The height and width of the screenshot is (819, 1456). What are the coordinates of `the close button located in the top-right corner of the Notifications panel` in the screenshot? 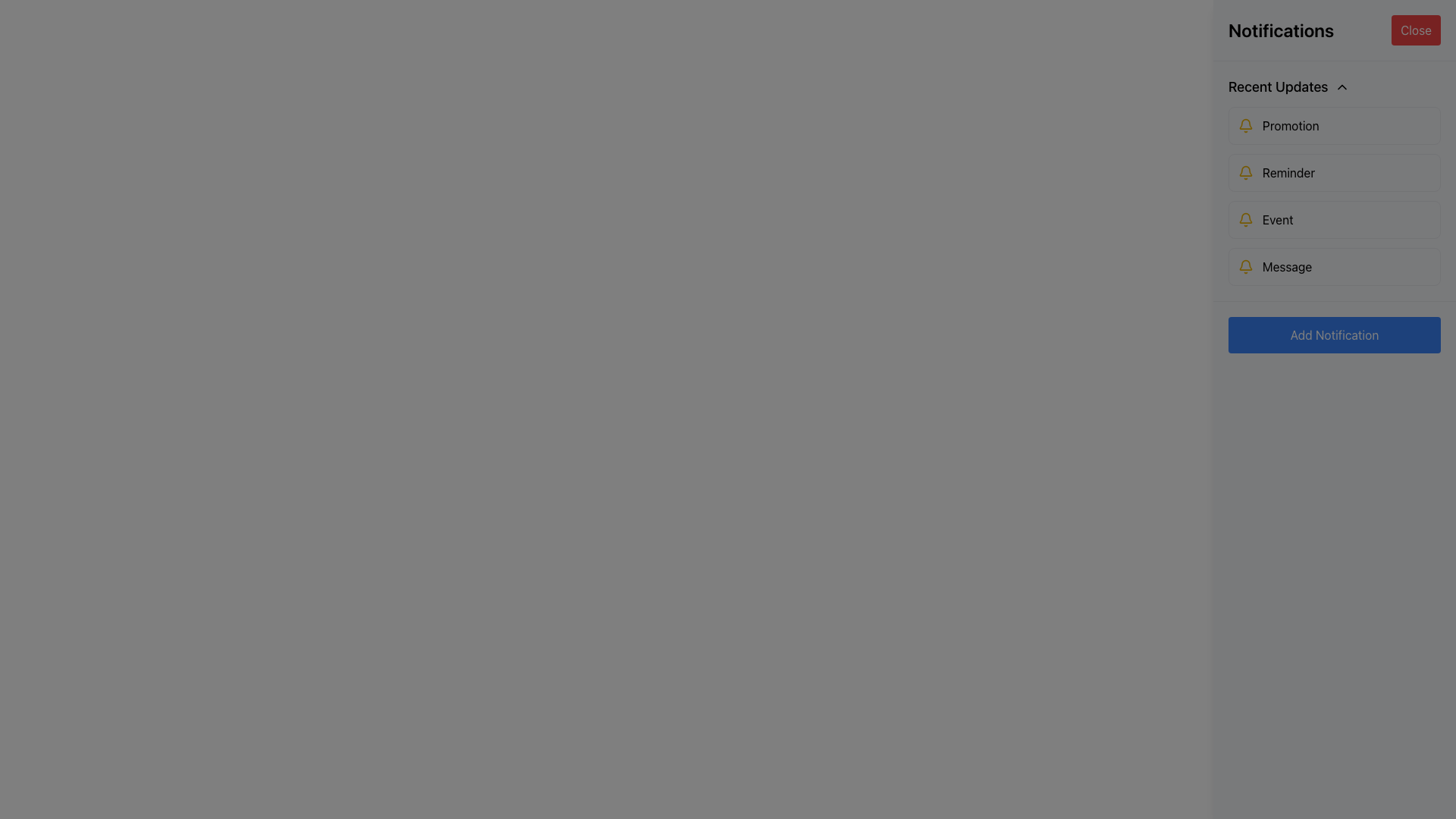 It's located at (1415, 30).